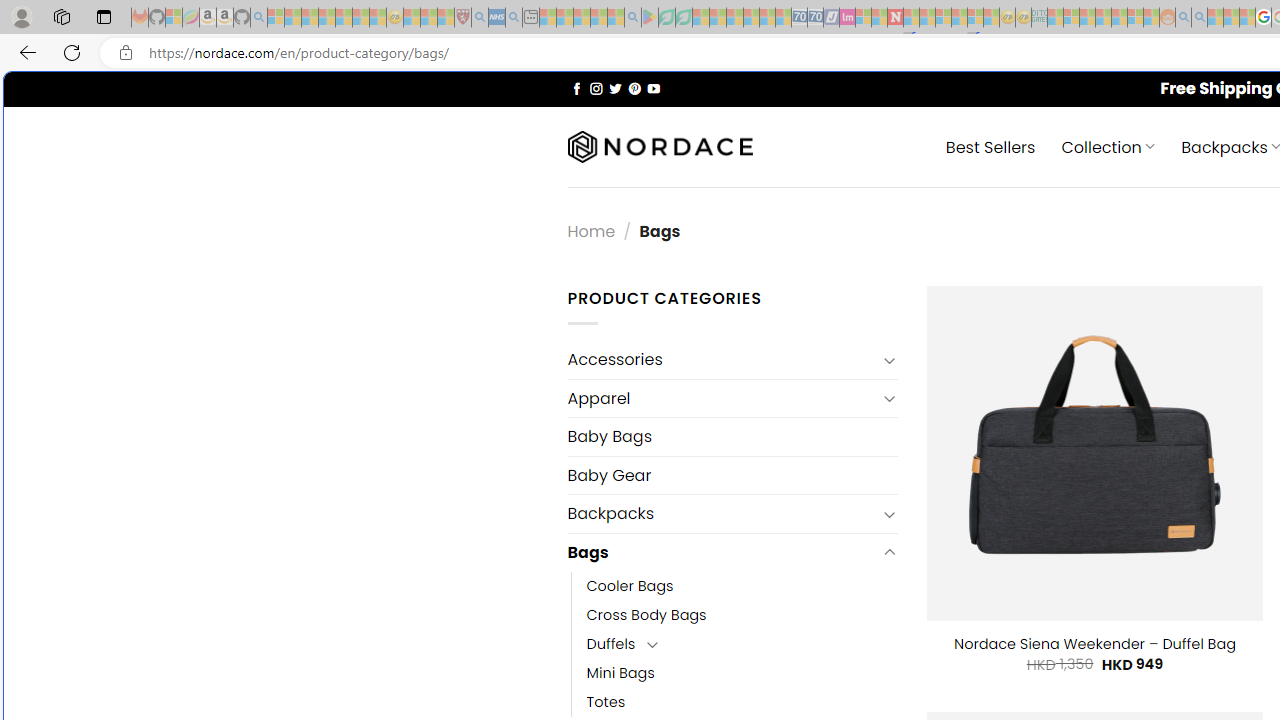  Describe the element at coordinates (720, 552) in the screenshot. I see `'Bags'` at that location.